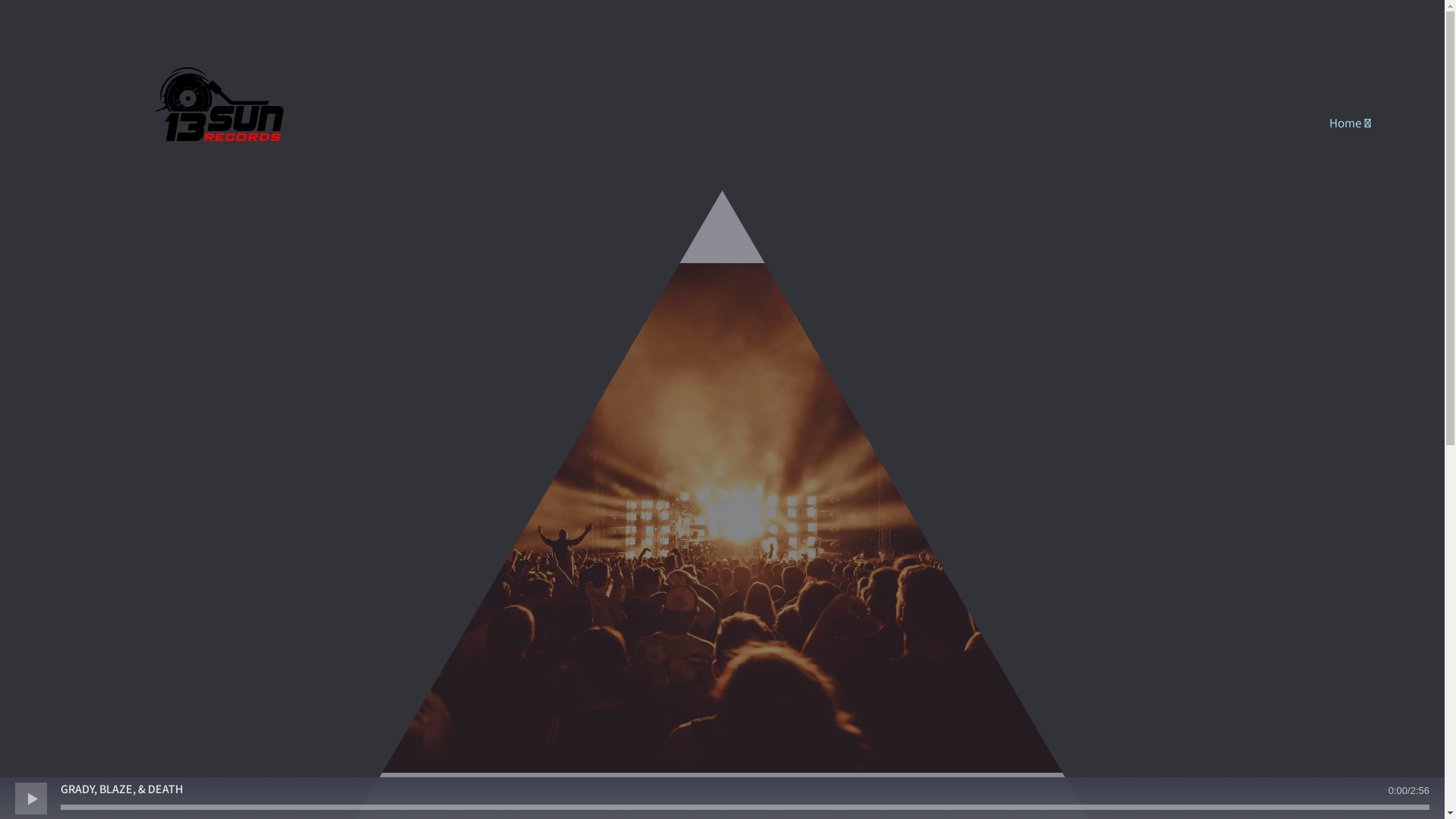 The image size is (1456, 819). I want to click on 'Home', so click(1350, 122).